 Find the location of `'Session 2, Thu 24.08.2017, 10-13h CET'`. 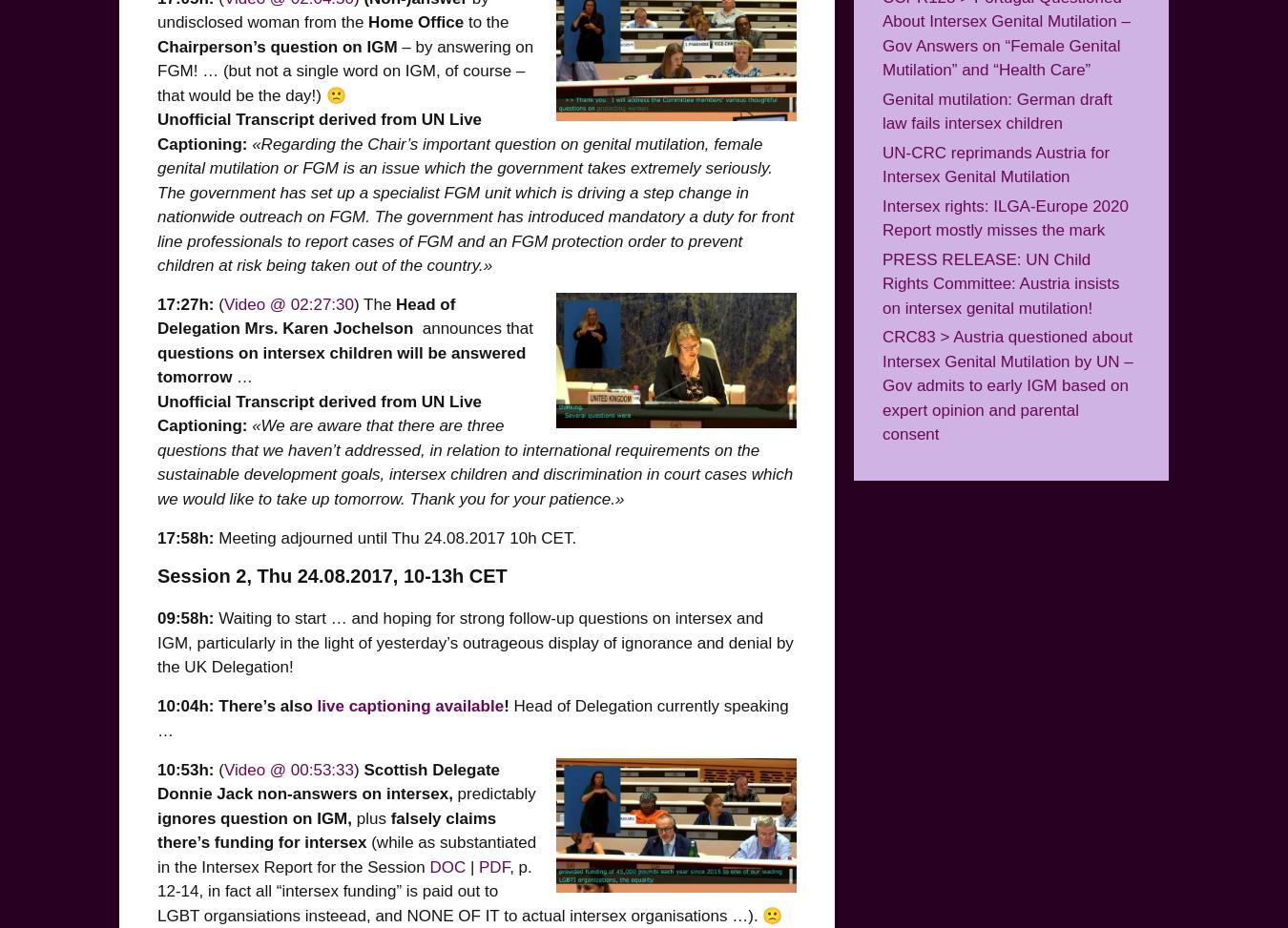

'Session 2, Thu 24.08.2017, 10-13h CET' is located at coordinates (156, 576).